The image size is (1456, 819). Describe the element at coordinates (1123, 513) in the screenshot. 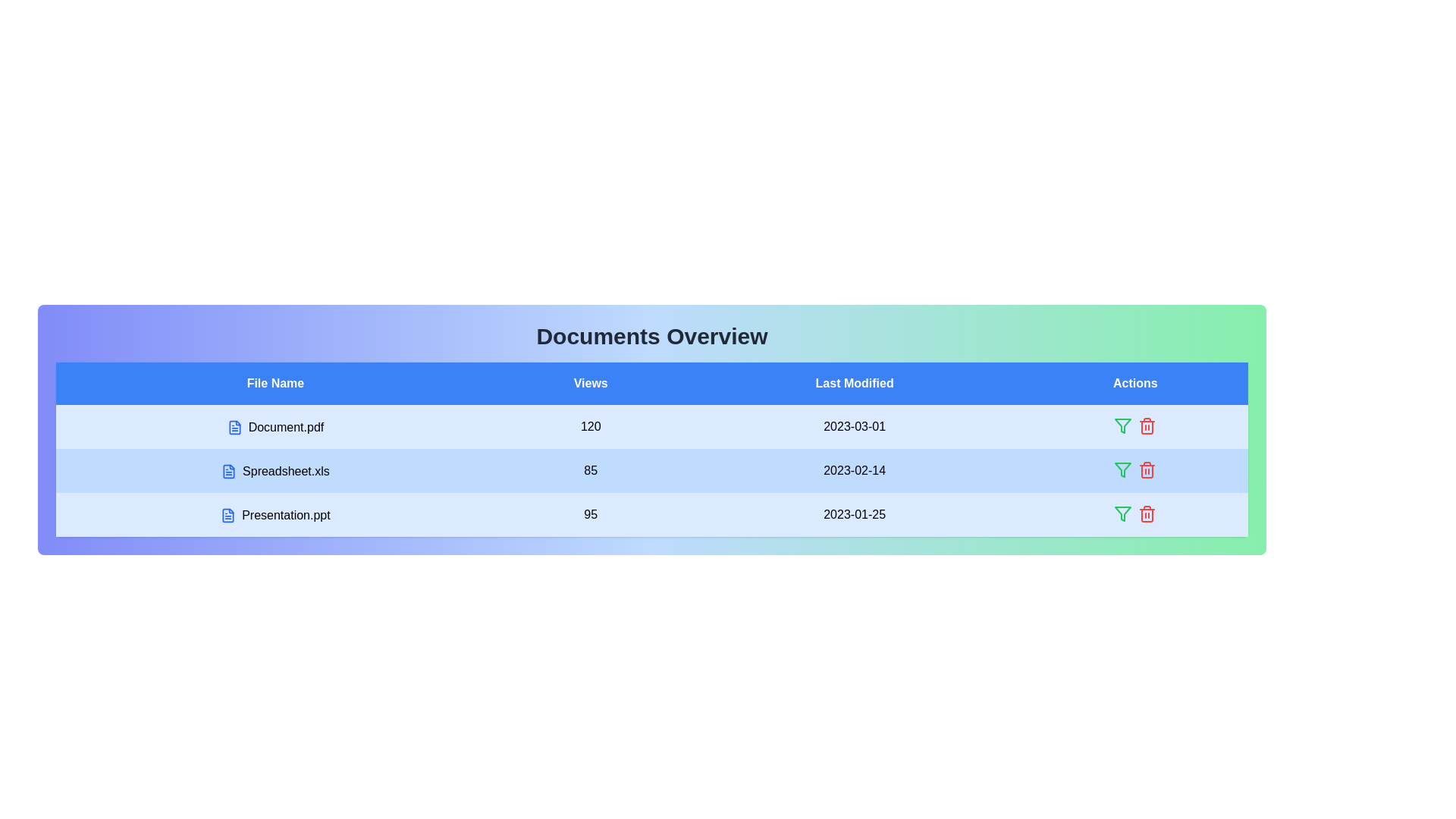

I see `the action icon in the 'Actions' column for the row corresponding to Presentation.ppt` at that location.